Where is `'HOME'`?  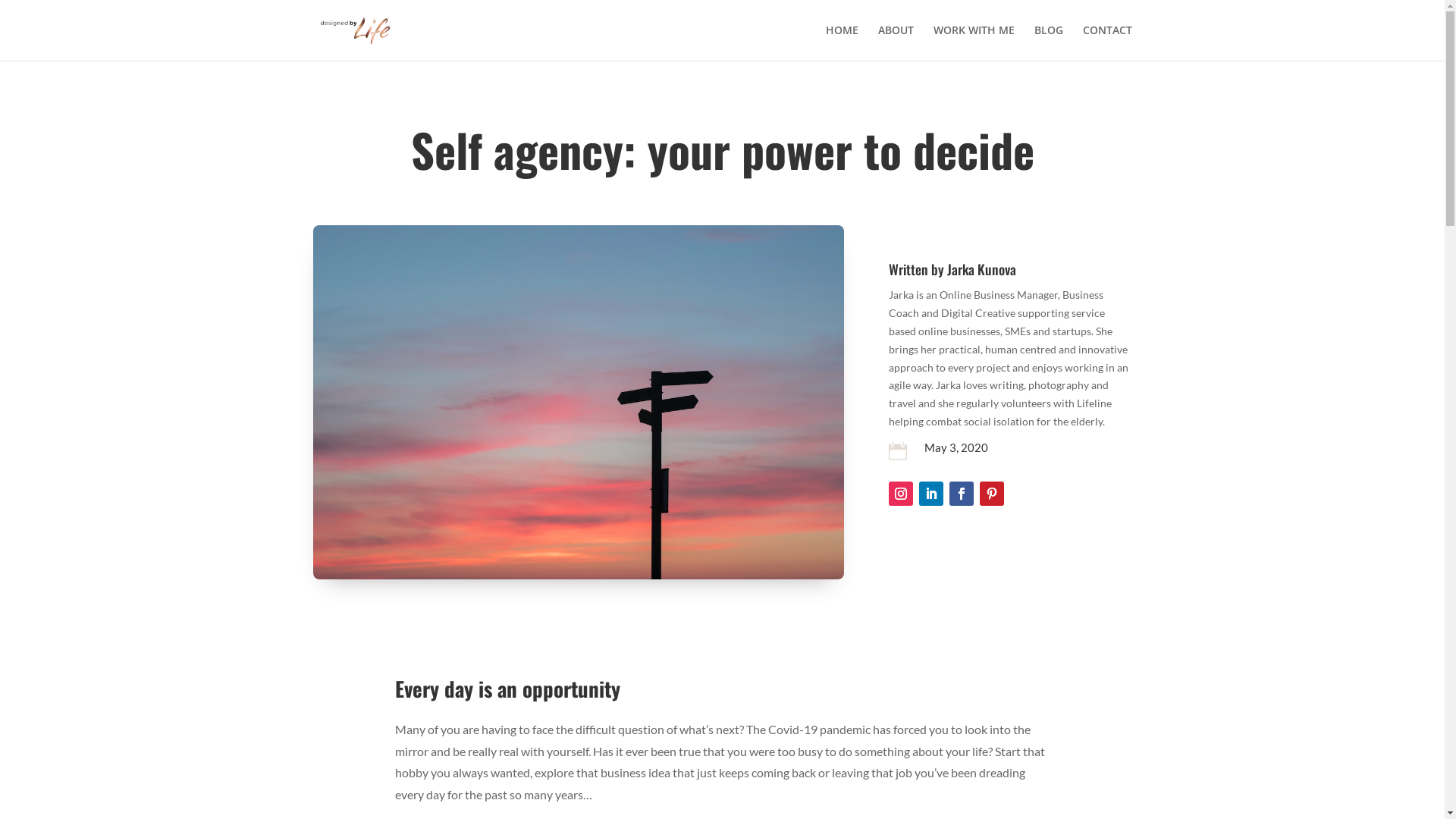
'HOME' is located at coordinates (840, 42).